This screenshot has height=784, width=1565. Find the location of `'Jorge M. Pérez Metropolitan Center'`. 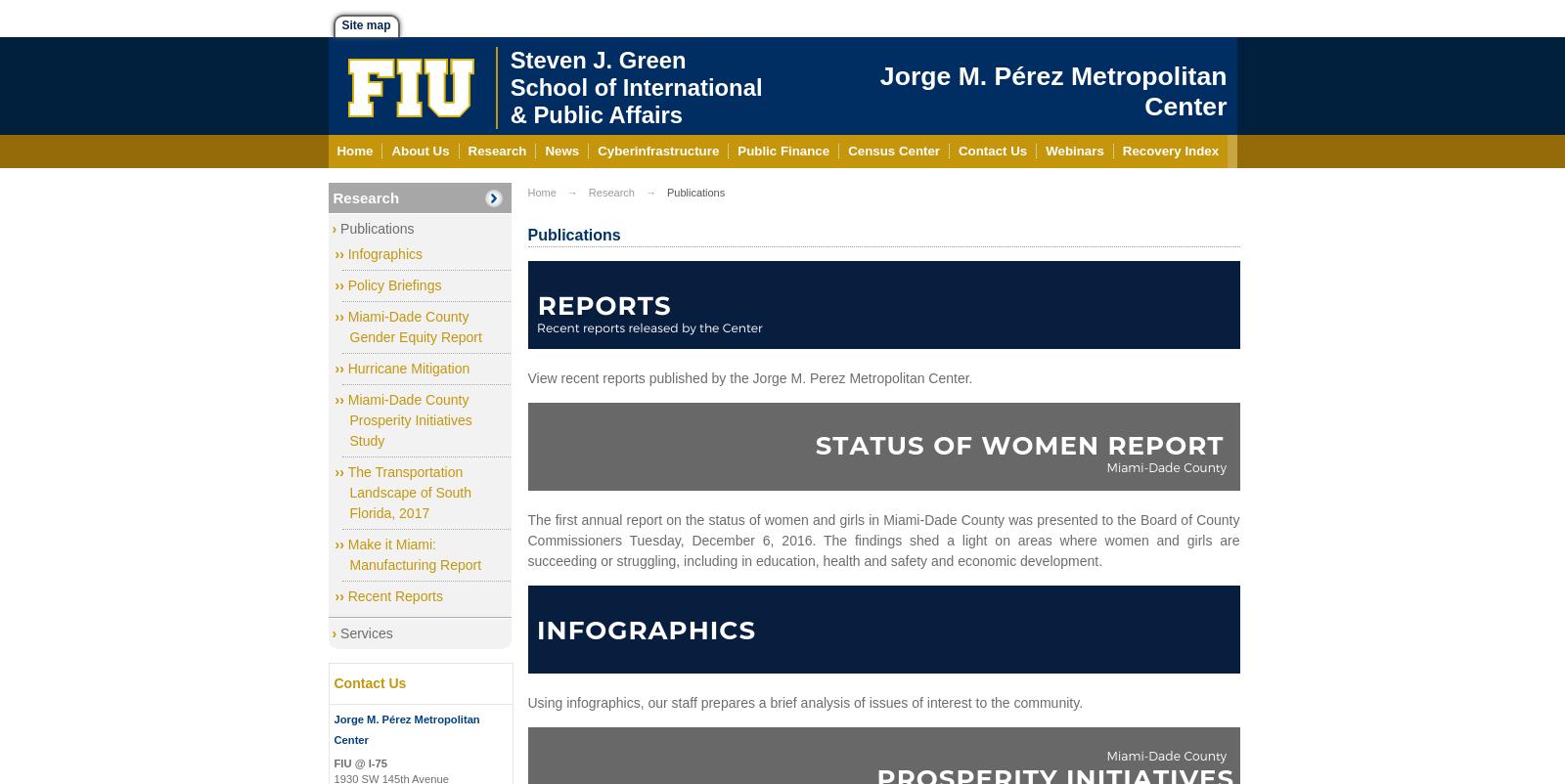

'Jorge M. Pérez Metropolitan Center' is located at coordinates (333, 729).